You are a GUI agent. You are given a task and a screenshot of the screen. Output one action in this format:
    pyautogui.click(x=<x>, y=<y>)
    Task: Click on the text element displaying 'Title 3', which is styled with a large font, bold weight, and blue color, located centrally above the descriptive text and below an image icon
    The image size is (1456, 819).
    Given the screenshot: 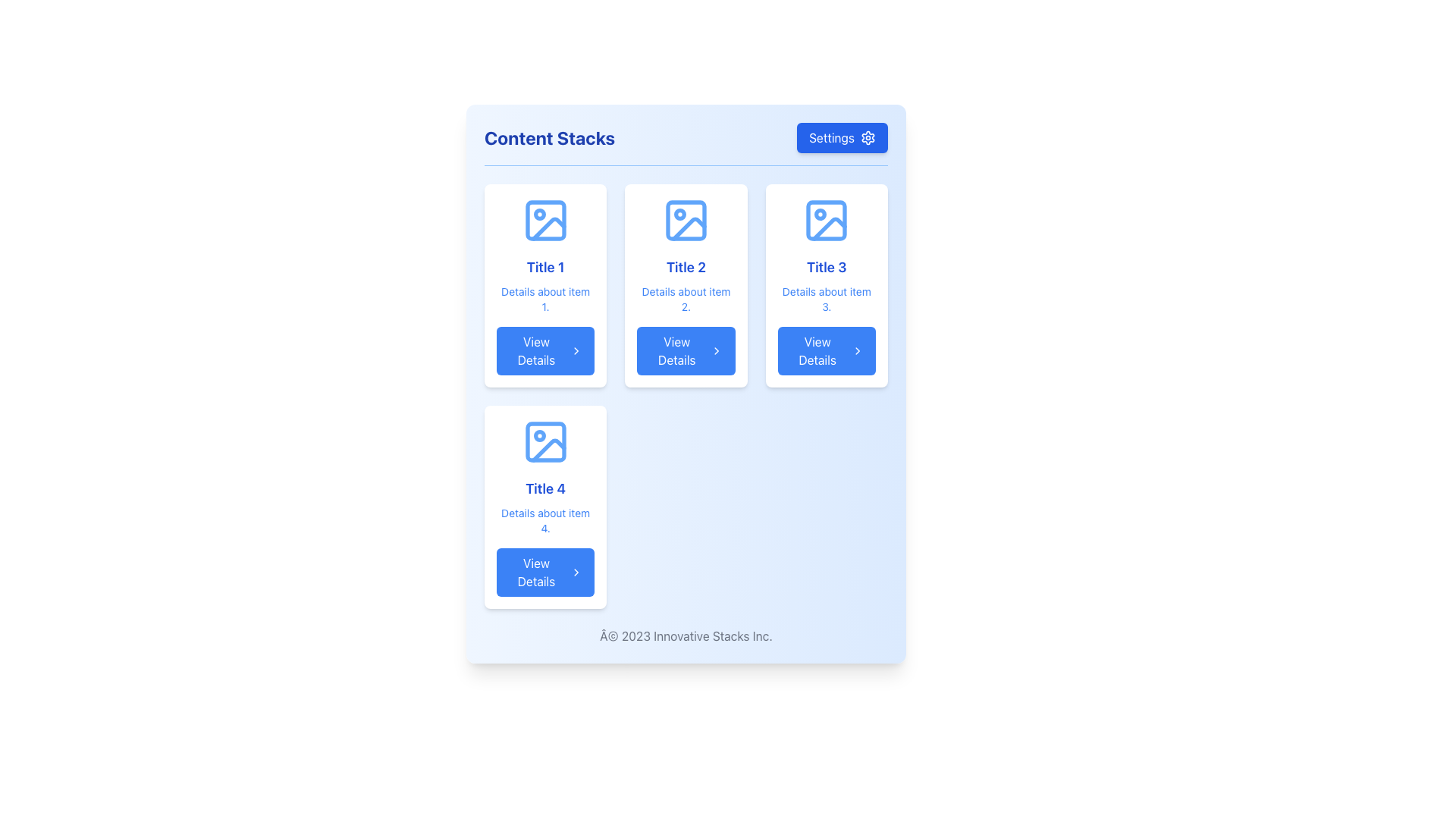 What is the action you would take?
    pyautogui.click(x=826, y=267)
    